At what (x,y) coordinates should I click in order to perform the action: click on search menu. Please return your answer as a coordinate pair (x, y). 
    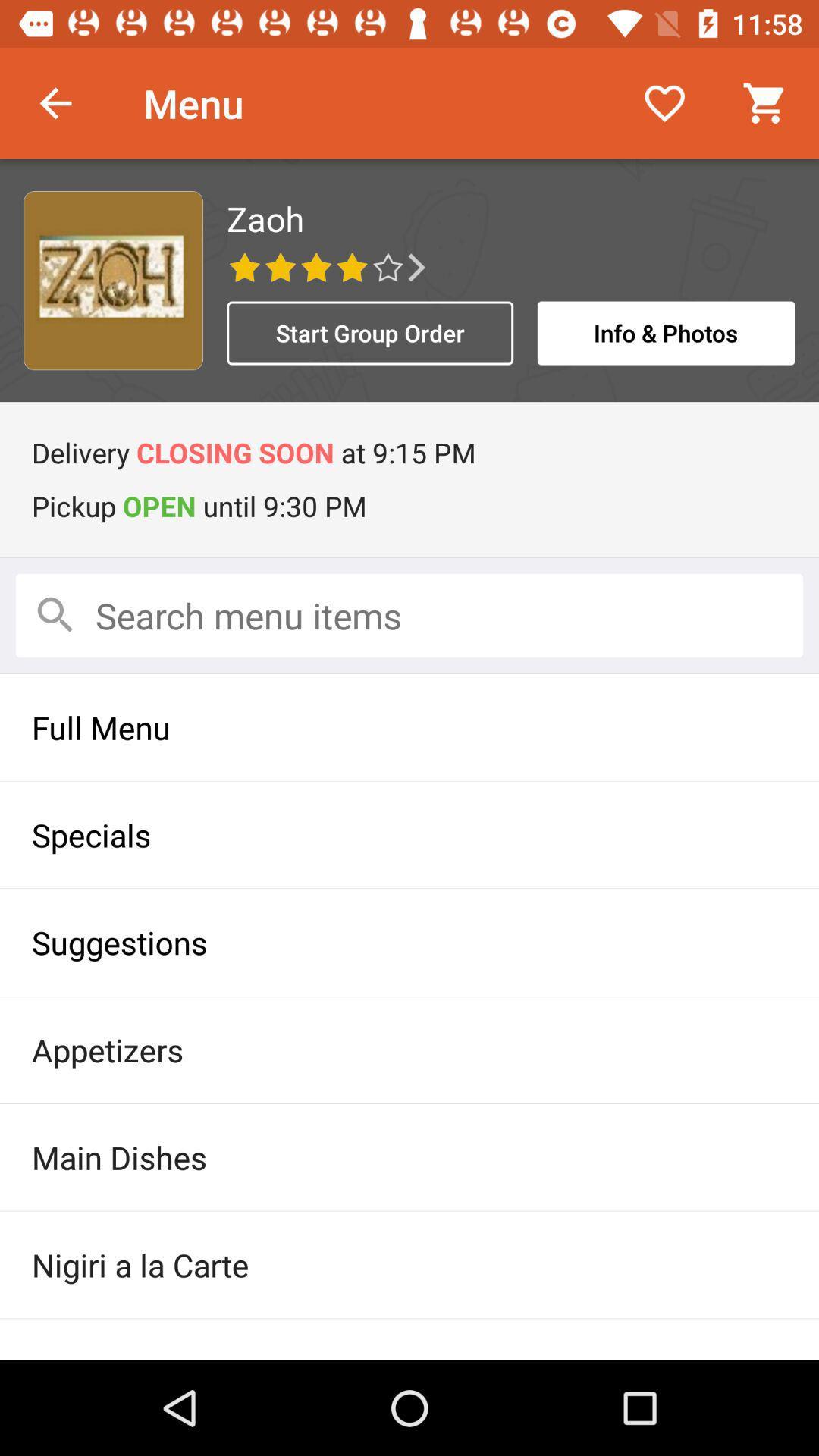
    Looking at the image, I should click on (409, 615).